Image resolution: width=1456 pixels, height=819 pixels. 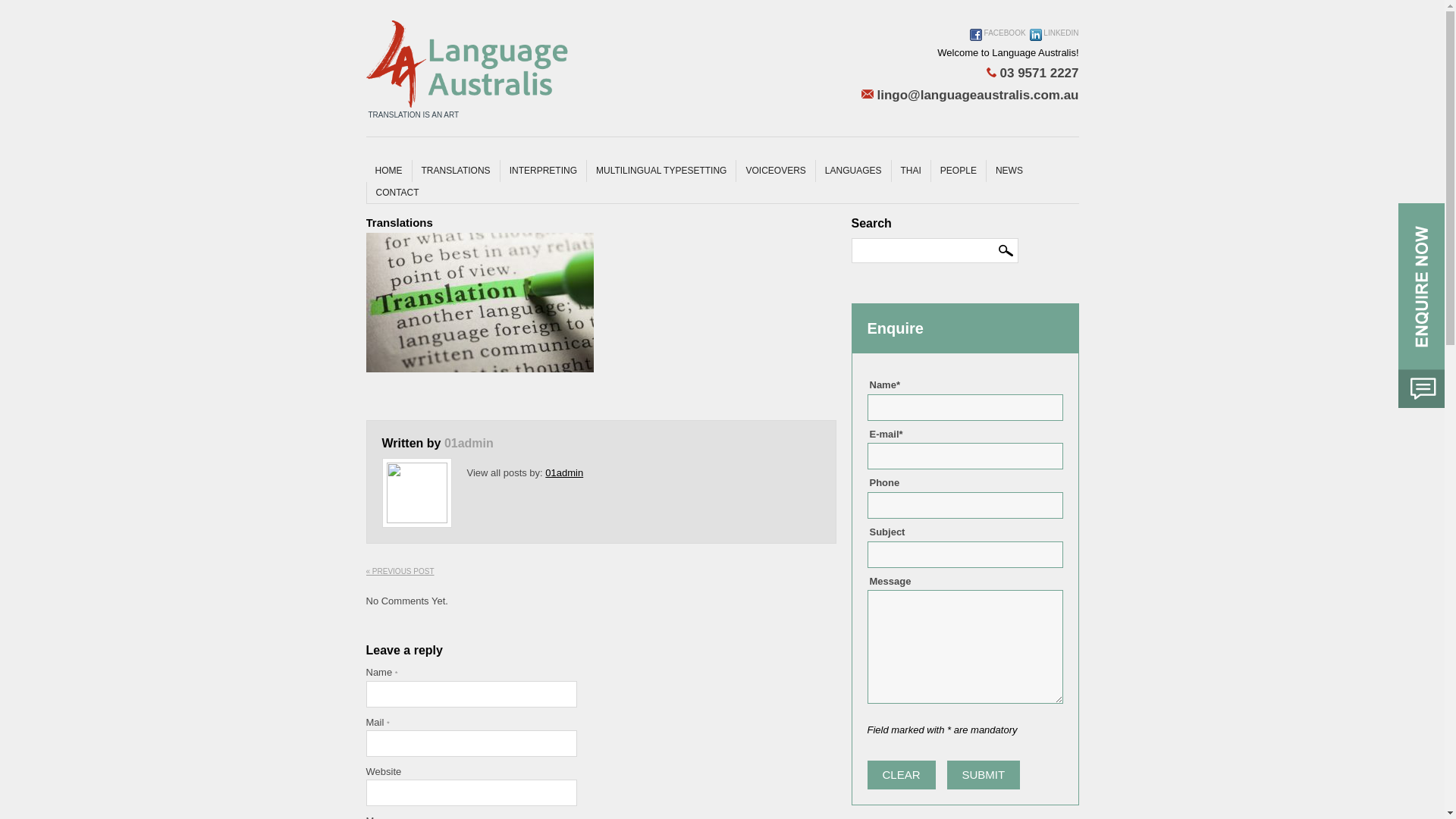 I want to click on 'MULTILINGUAL TYPESETTING', so click(x=585, y=171).